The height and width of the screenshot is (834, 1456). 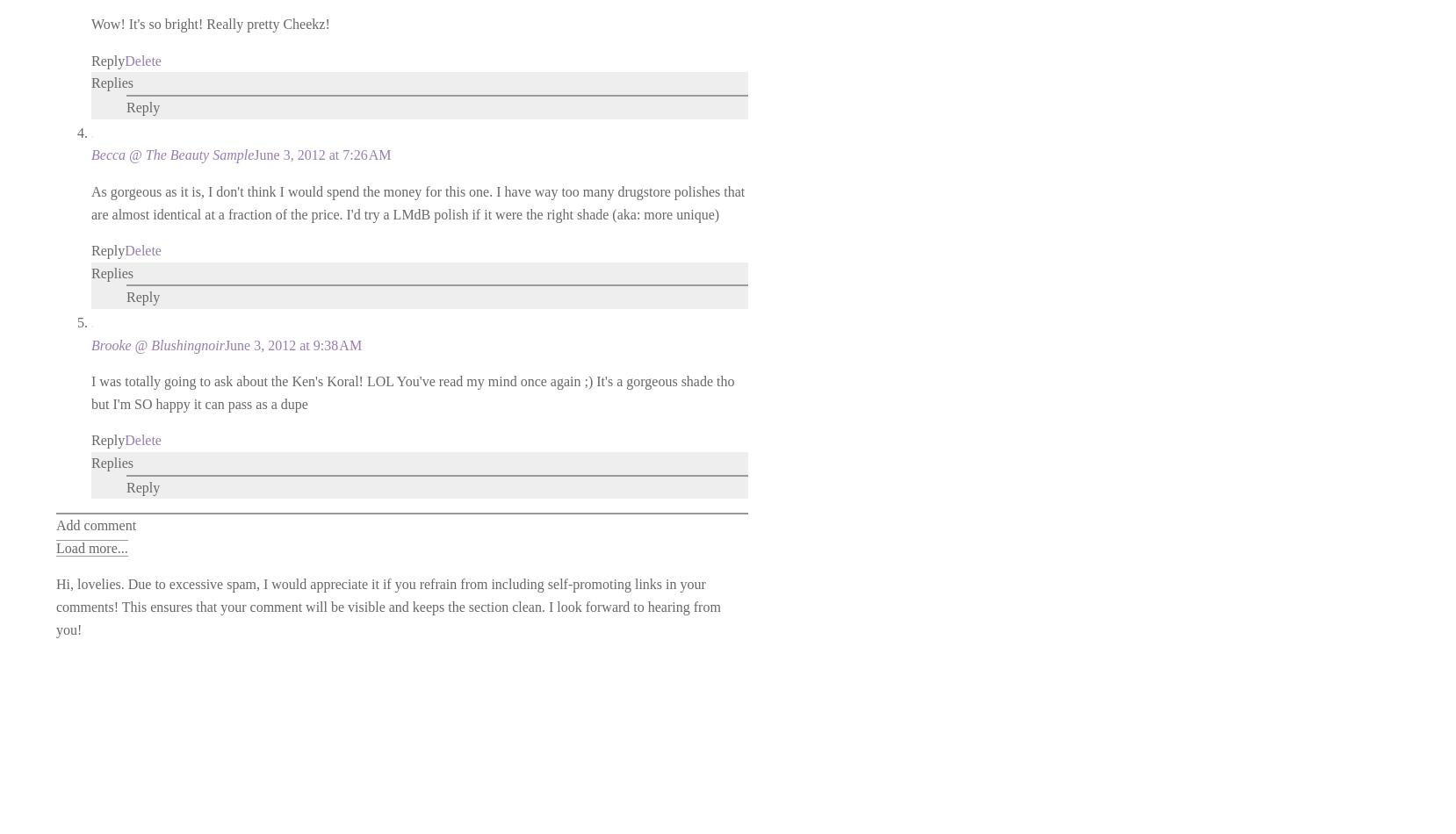 I want to click on 'Wow! It's so bright! Really pretty Cheekz!', so click(x=210, y=24).